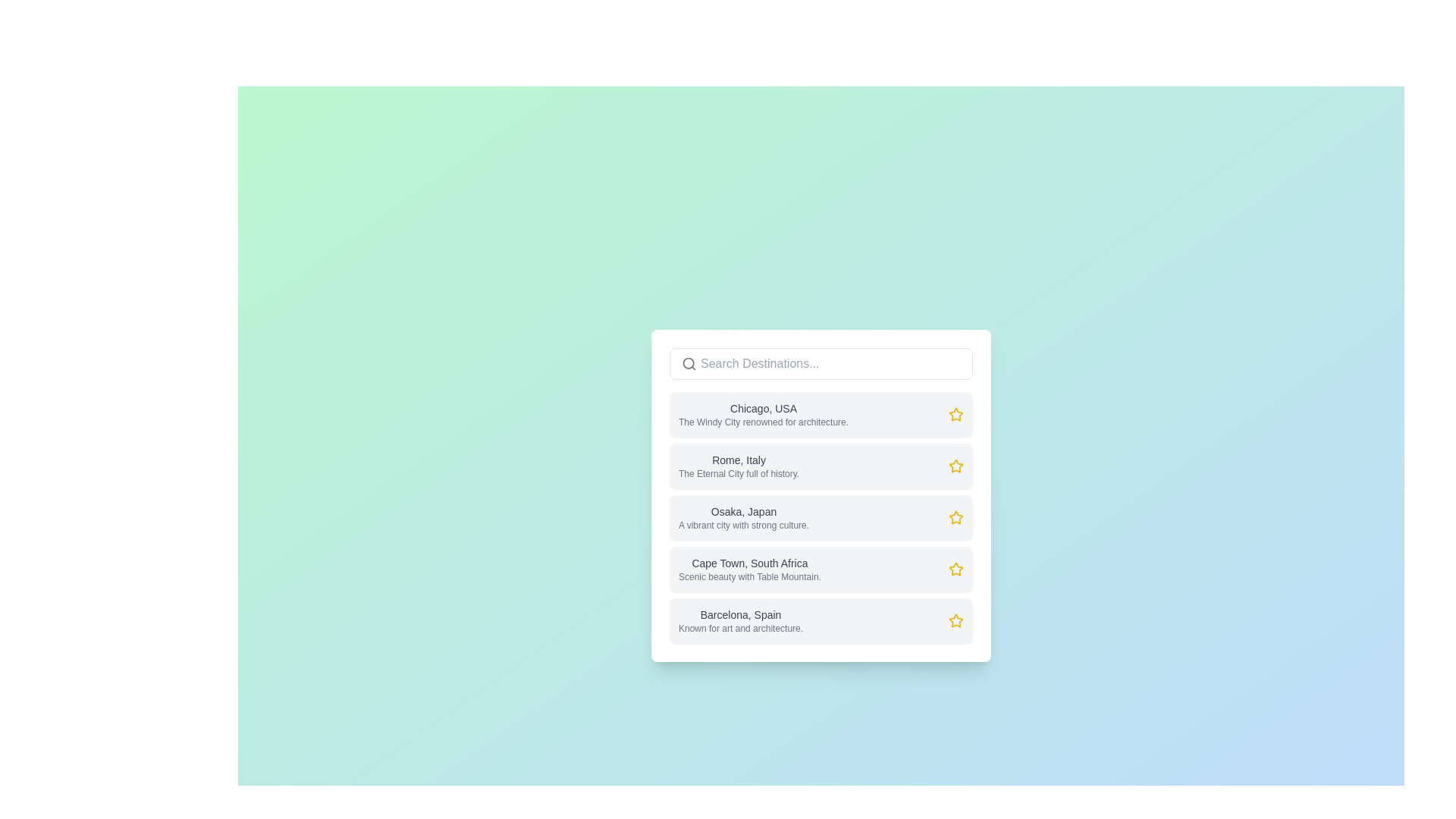 This screenshot has height=819, width=1456. I want to click on the descriptive text block for 'Barcelona, Spain', so click(741, 620).